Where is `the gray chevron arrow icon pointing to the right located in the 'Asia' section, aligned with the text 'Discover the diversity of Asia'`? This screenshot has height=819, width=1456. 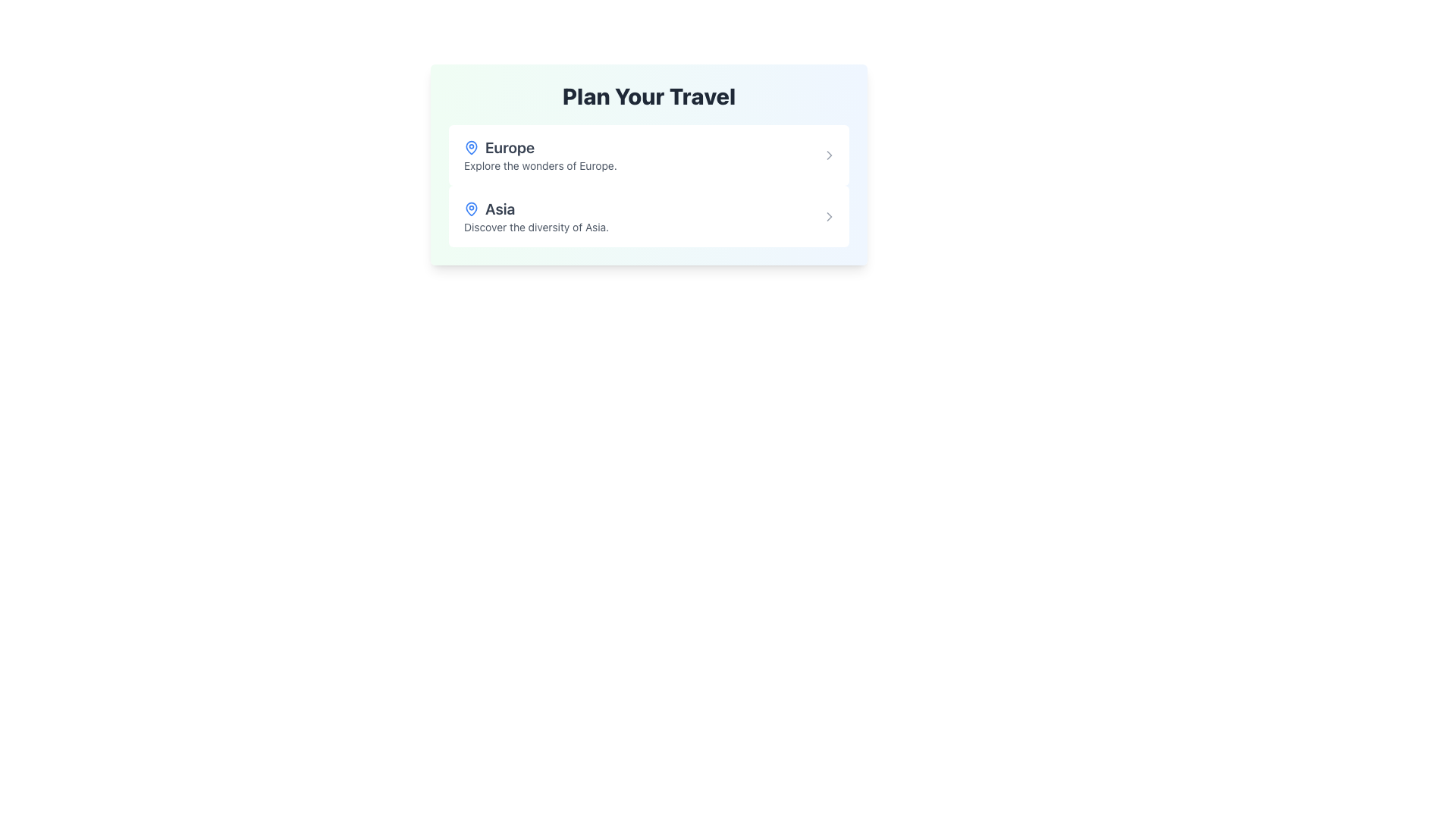
the gray chevron arrow icon pointing to the right located in the 'Asia' section, aligned with the text 'Discover the diversity of Asia' is located at coordinates (829, 216).